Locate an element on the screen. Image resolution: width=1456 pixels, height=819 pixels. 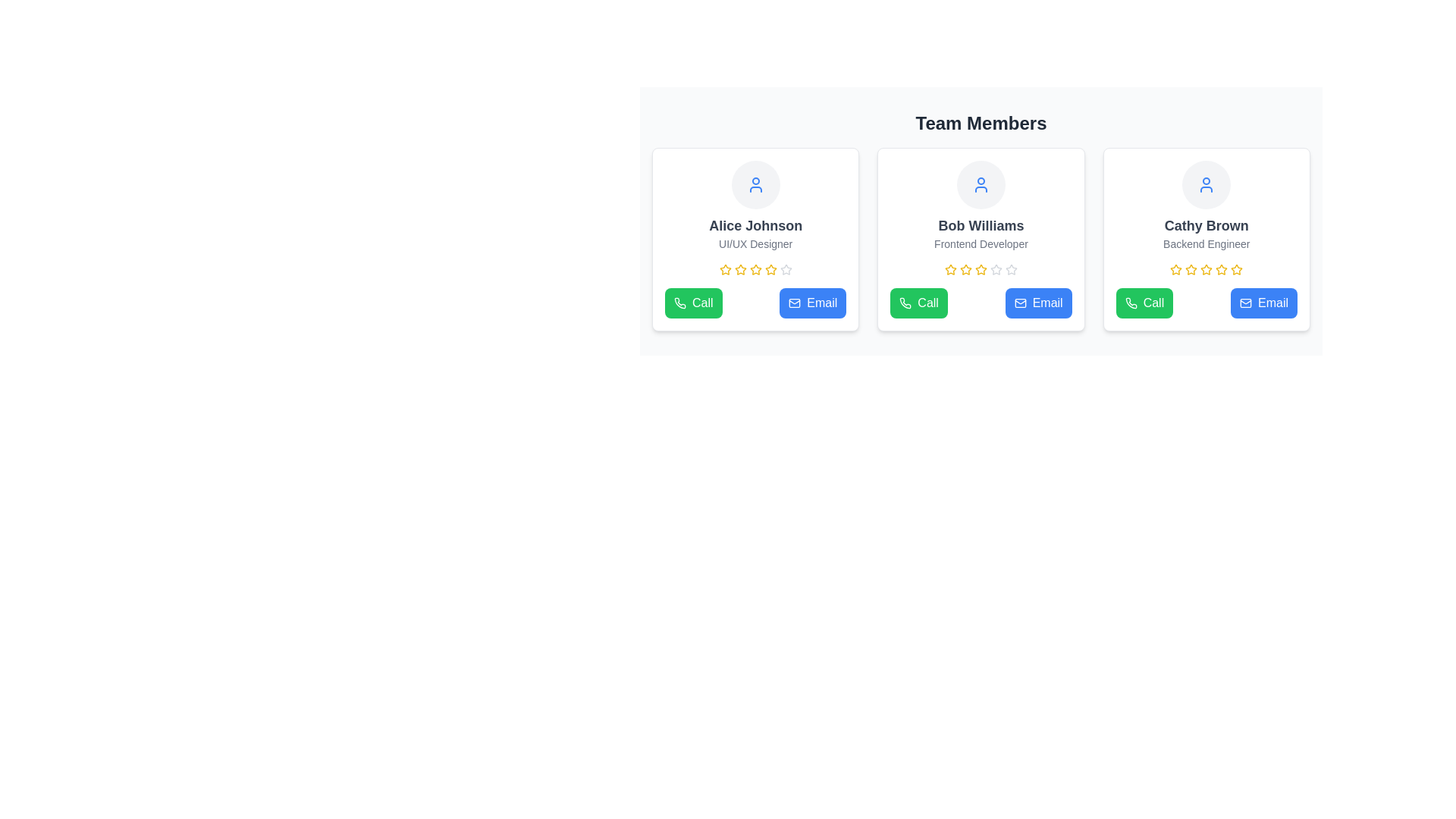
the 'Call' action button located in the card for 'Bob Williams' in the 'Team Members' section is located at coordinates (918, 303).